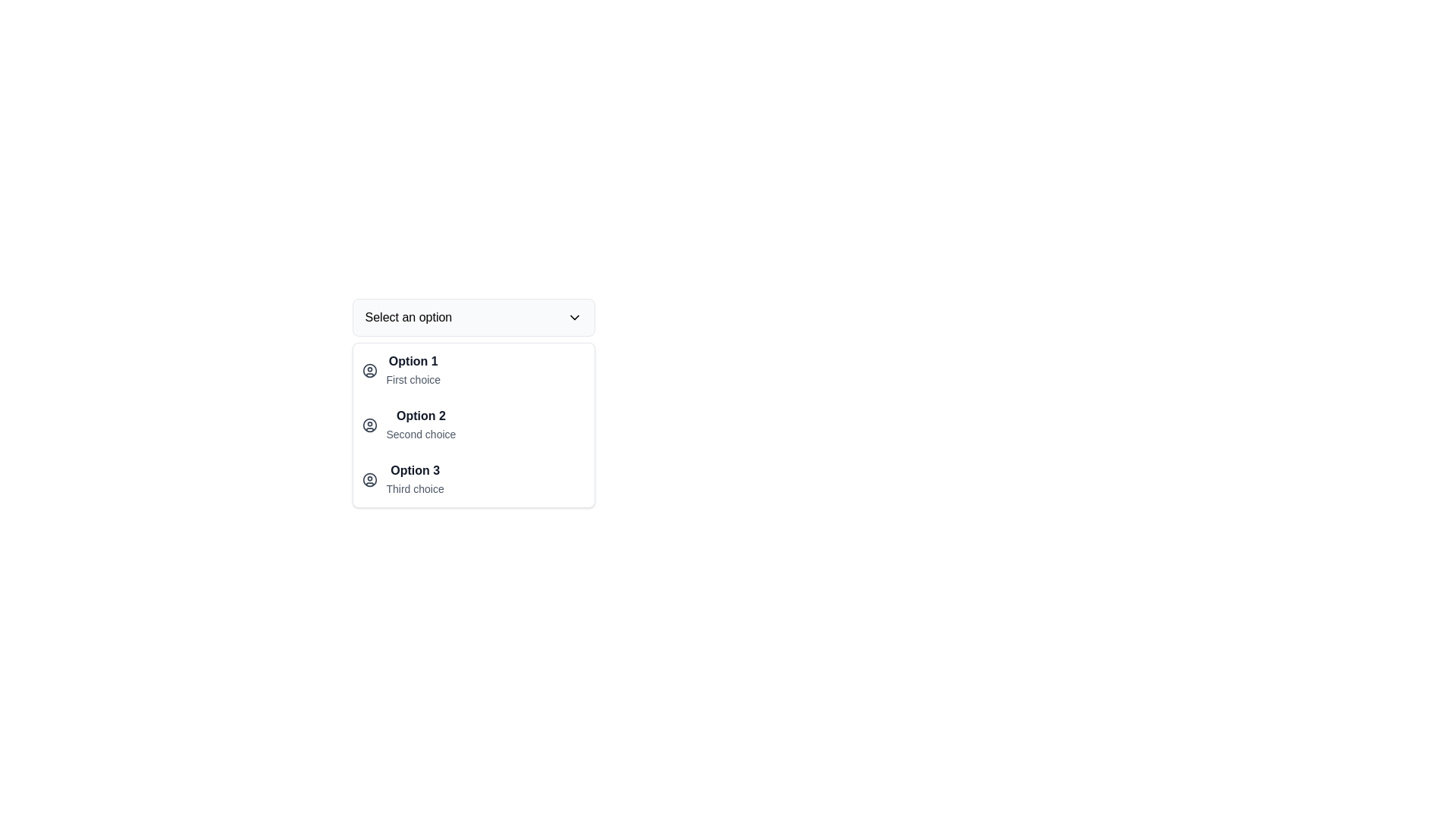 Image resolution: width=1456 pixels, height=819 pixels. What do you see at coordinates (421, 416) in the screenshot?
I see `the text label that states 'Option 2'` at bounding box center [421, 416].